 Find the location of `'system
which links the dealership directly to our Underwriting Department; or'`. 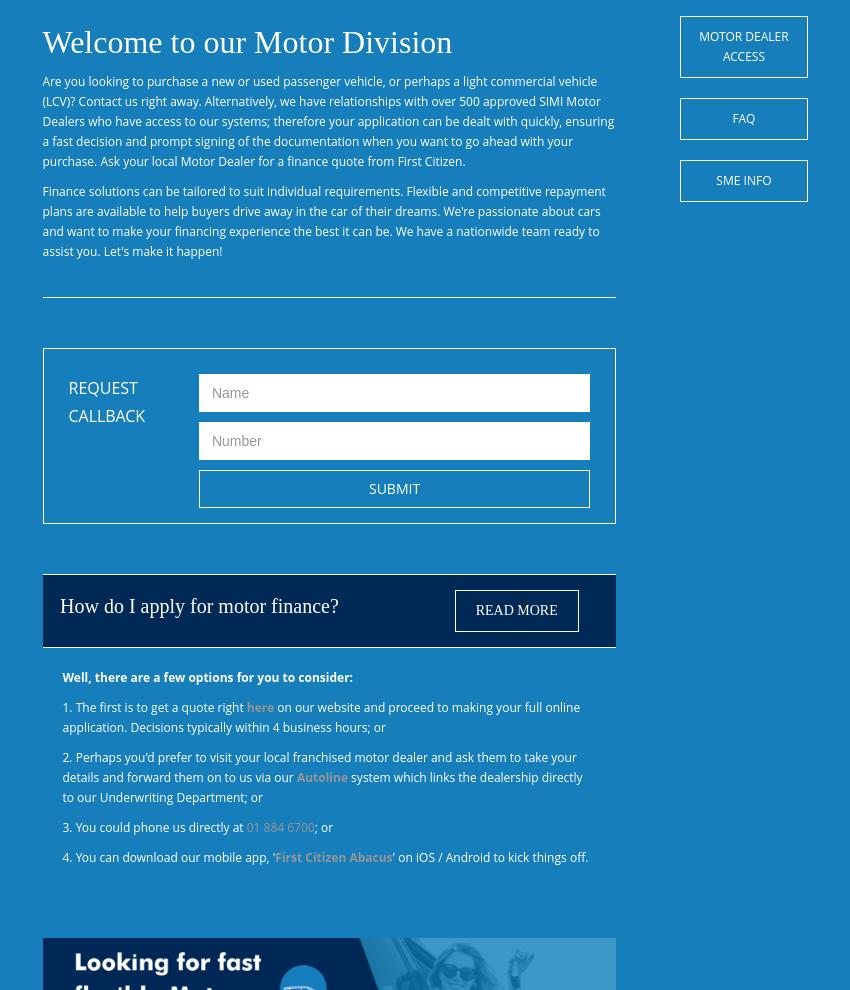

'system
which links the dealership directly to our Underwriting Department; or' is located at coordinates (61, 787).